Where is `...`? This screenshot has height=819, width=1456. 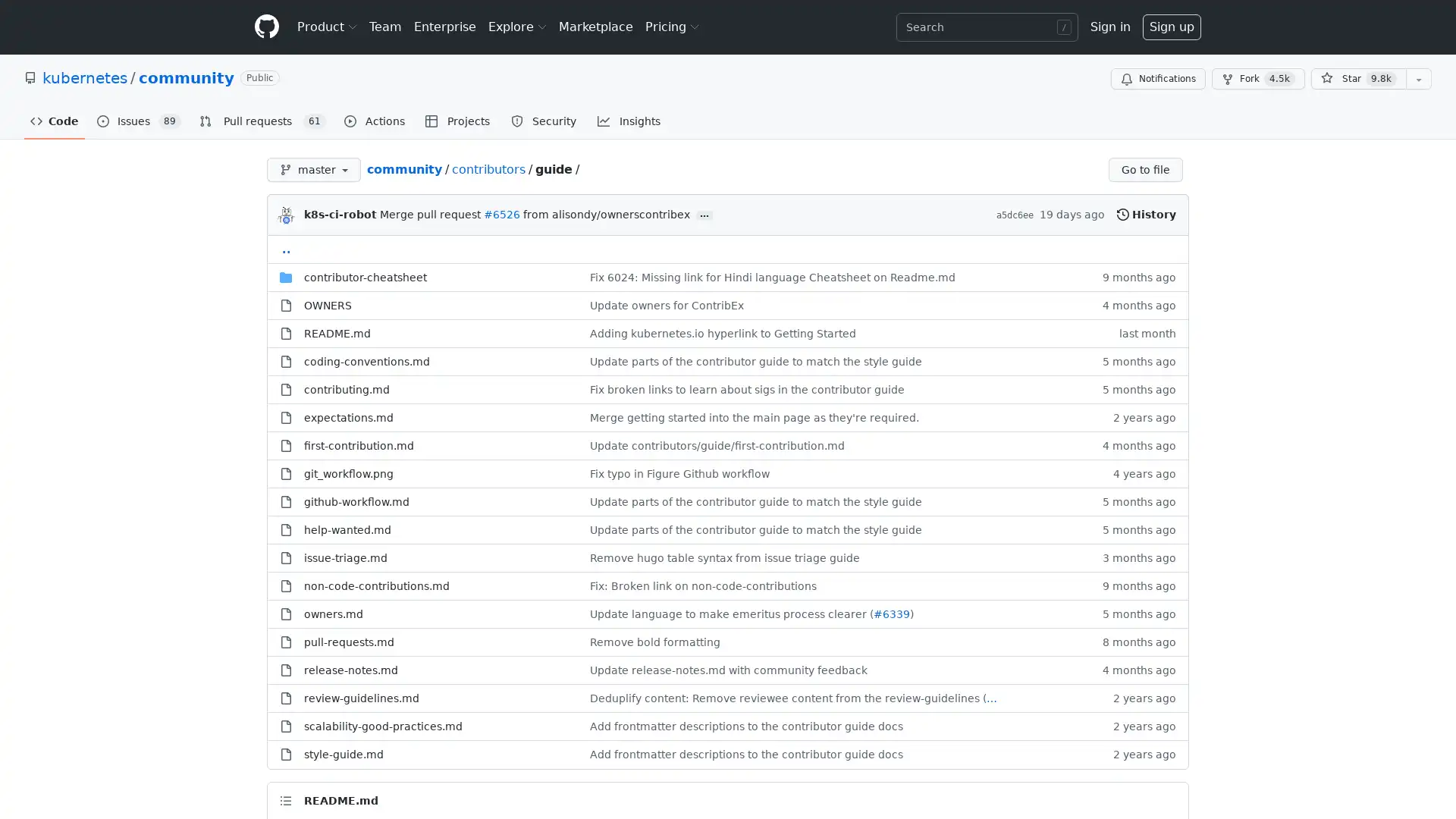
... is located at coordinates (704, 215).